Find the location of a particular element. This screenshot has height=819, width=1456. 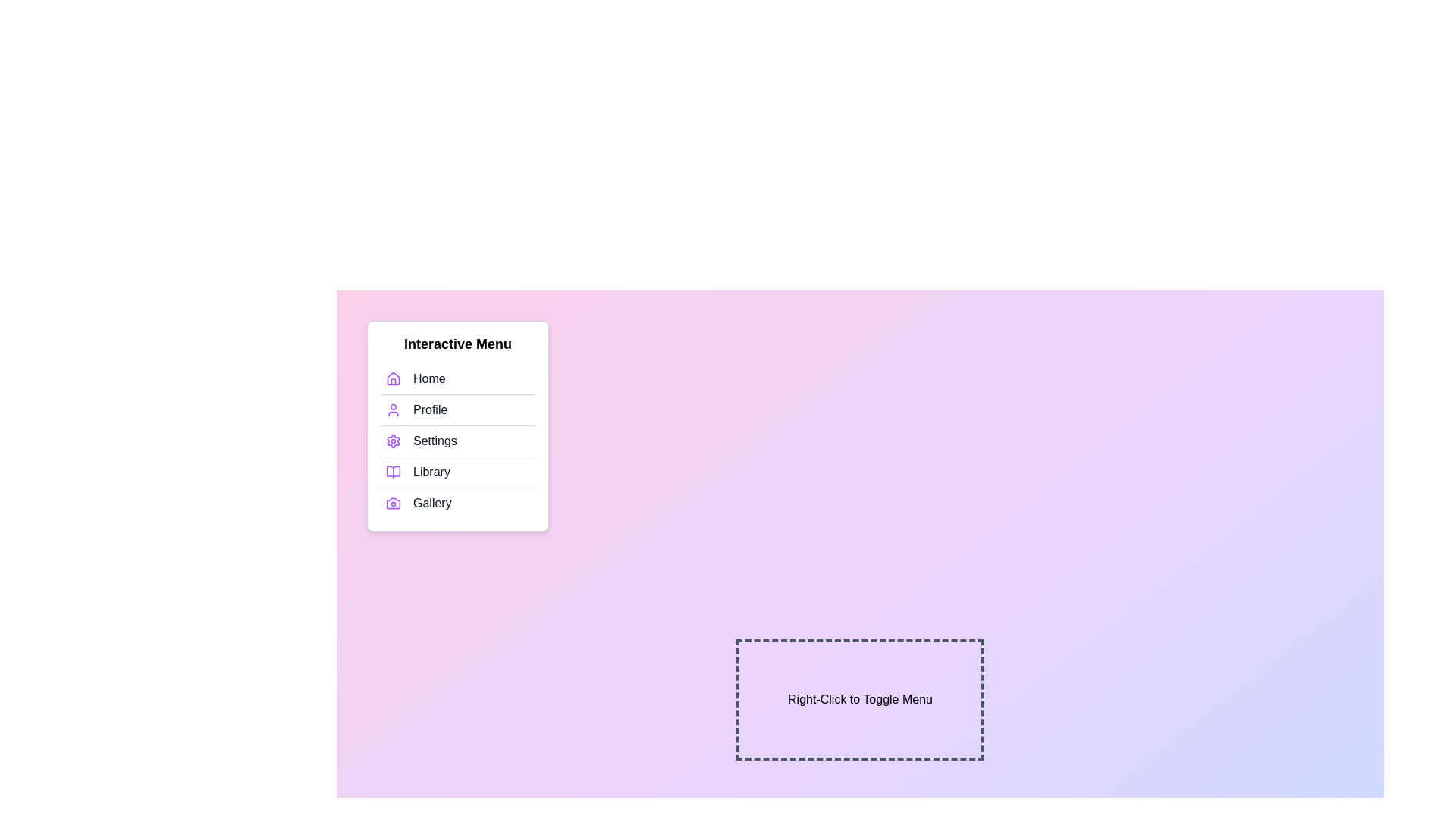

the menu item labeled Settings to select it is located at coordinates (457, 441).